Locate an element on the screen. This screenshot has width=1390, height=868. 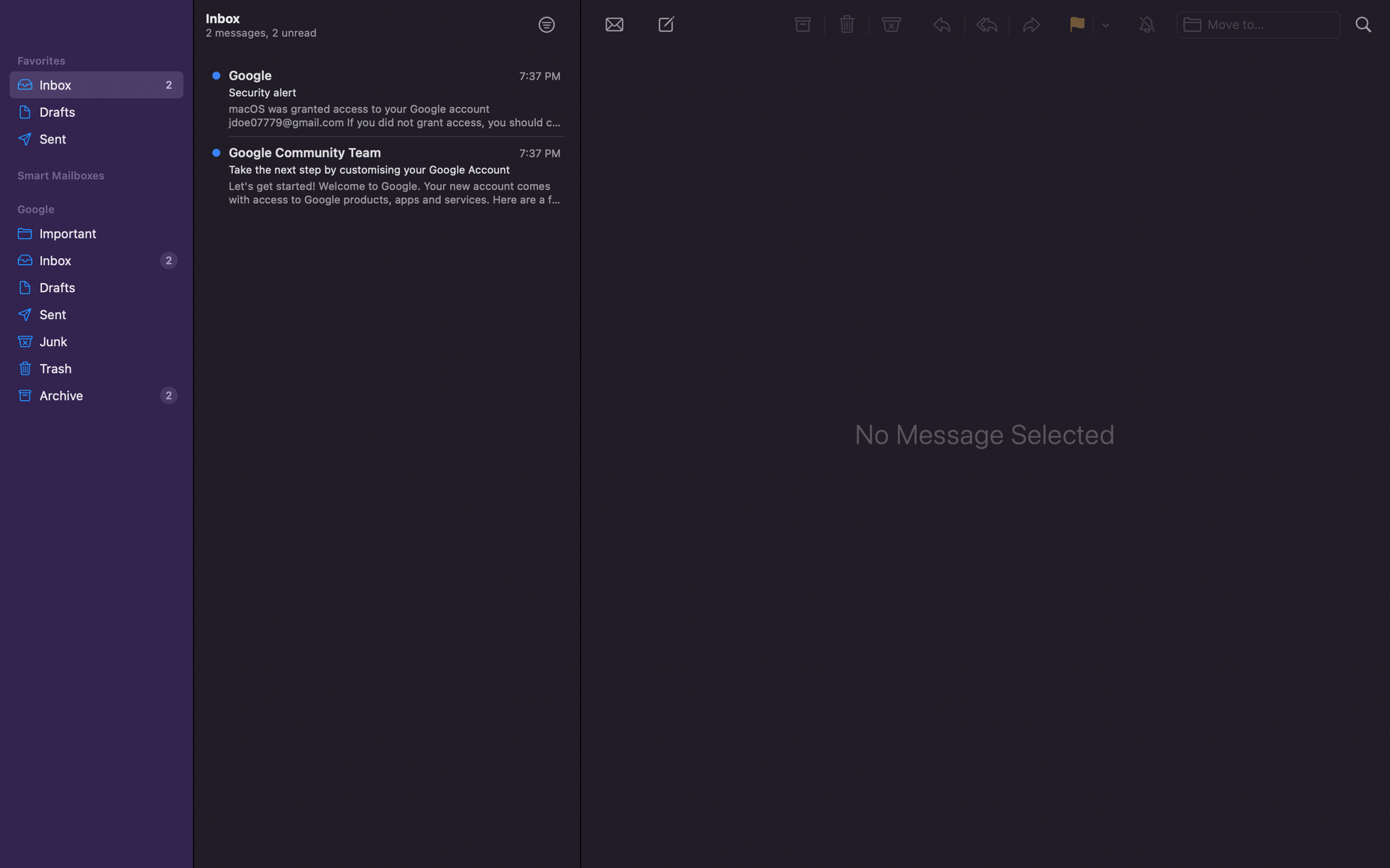
Respond to all recipients of the second email from Google team is located at coordinates (388, 177).